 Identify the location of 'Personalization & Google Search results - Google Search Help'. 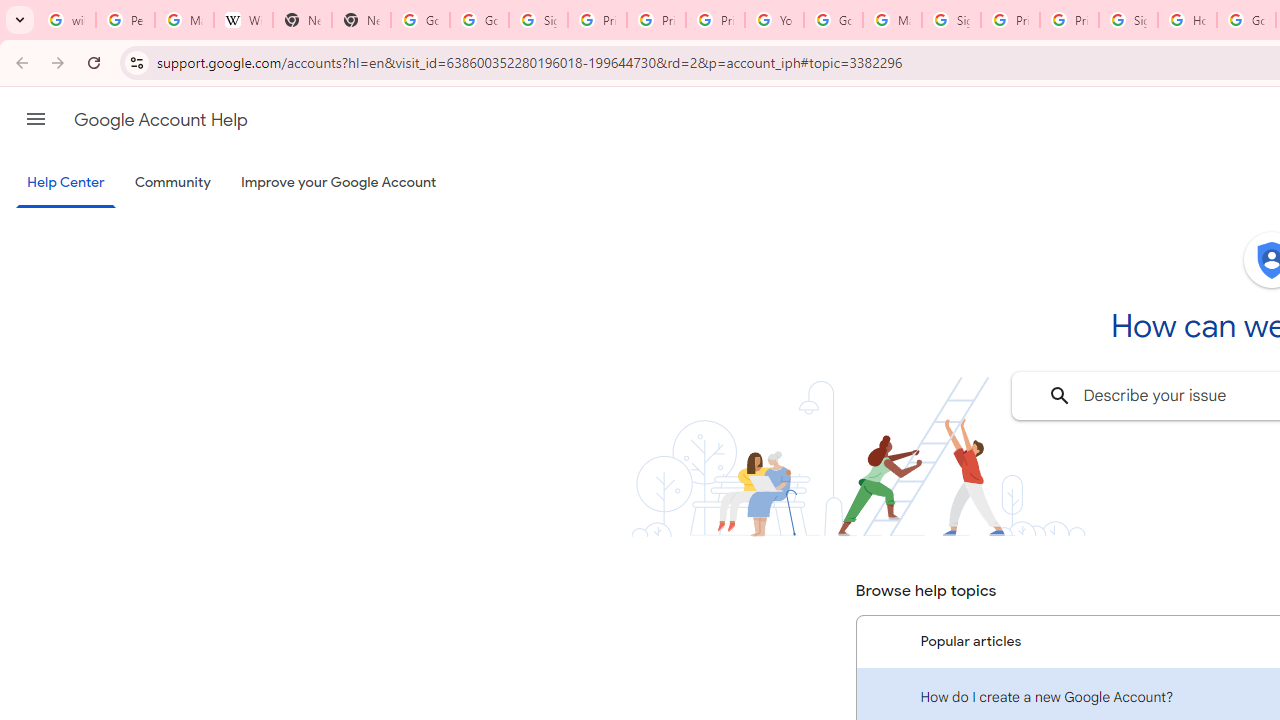
(124, 20).